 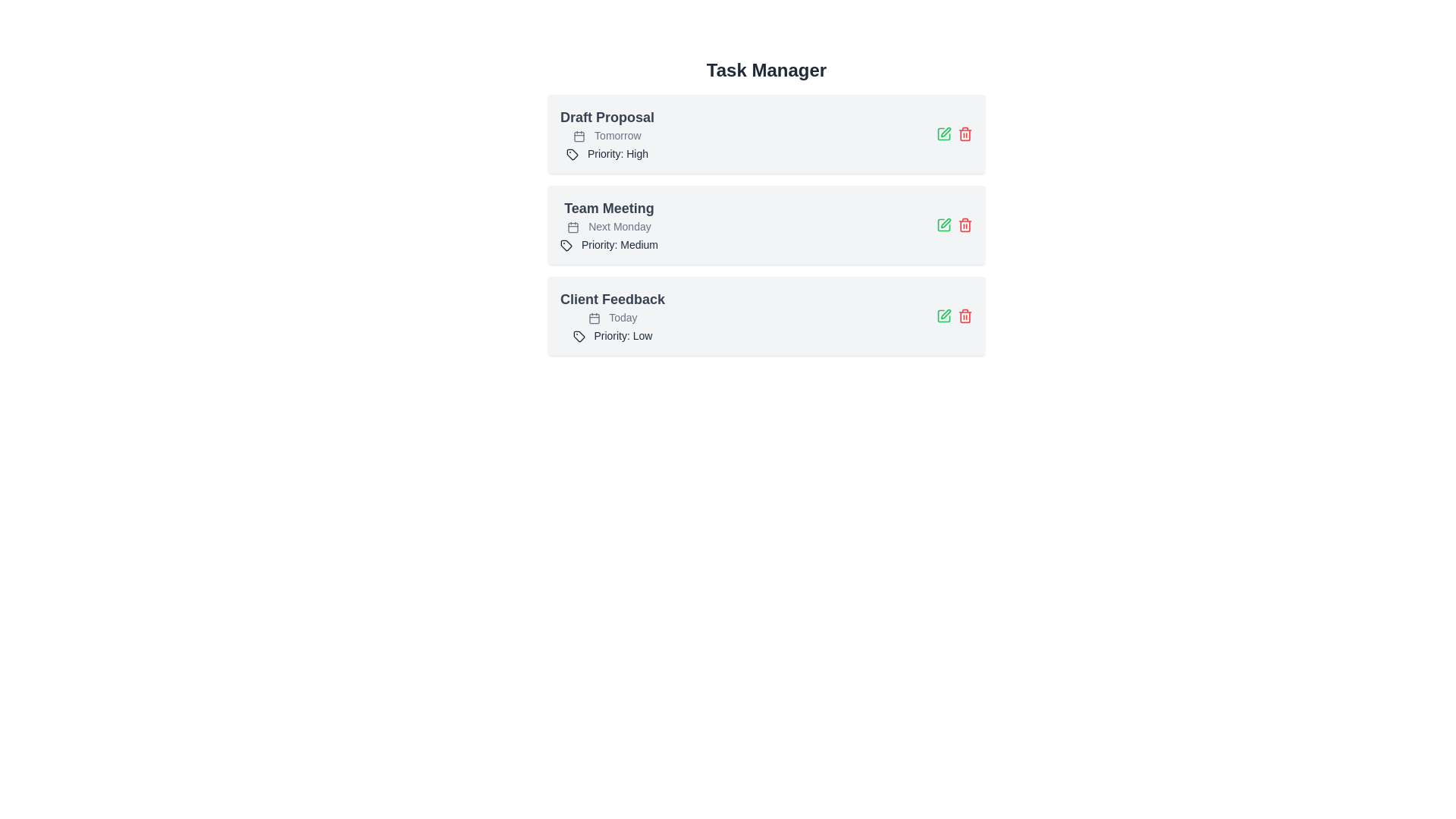 What do you see at coordinates (943, 133) in the screenshot?
I see `the editing Icon button located in the middle group of the second task in the list interface` at bounding box center [943, 133].